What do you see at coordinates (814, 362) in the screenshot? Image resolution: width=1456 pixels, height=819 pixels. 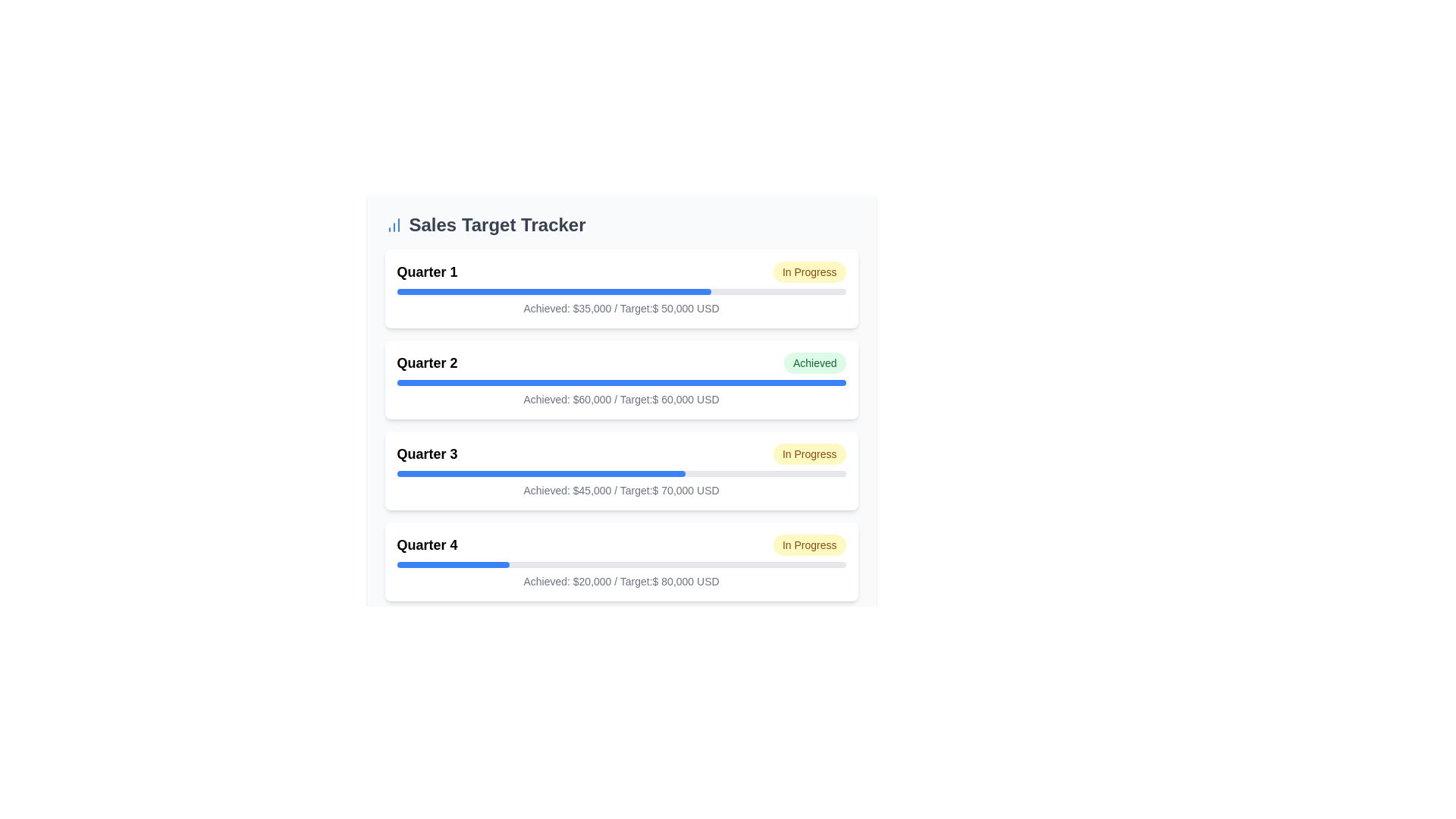 I see `the small rectangular badge with rounded corners that has a light green background and contains the text 'Achieved' in a darker green font, positioned to the right of the 'Quarter 2' label` at bounding box center [814, 362].